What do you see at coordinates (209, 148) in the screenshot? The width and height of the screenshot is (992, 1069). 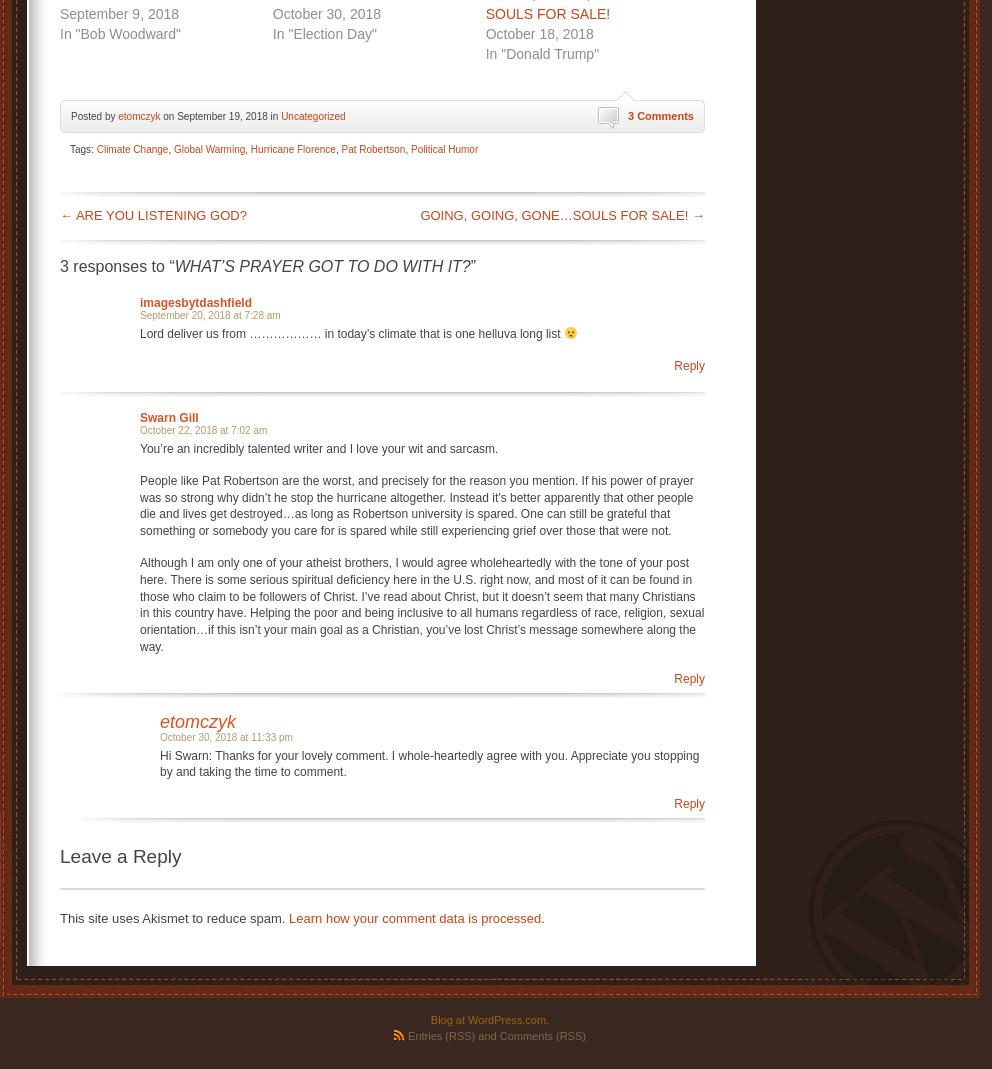 I see `'Global Warming'` at bounding box center [209, 148].